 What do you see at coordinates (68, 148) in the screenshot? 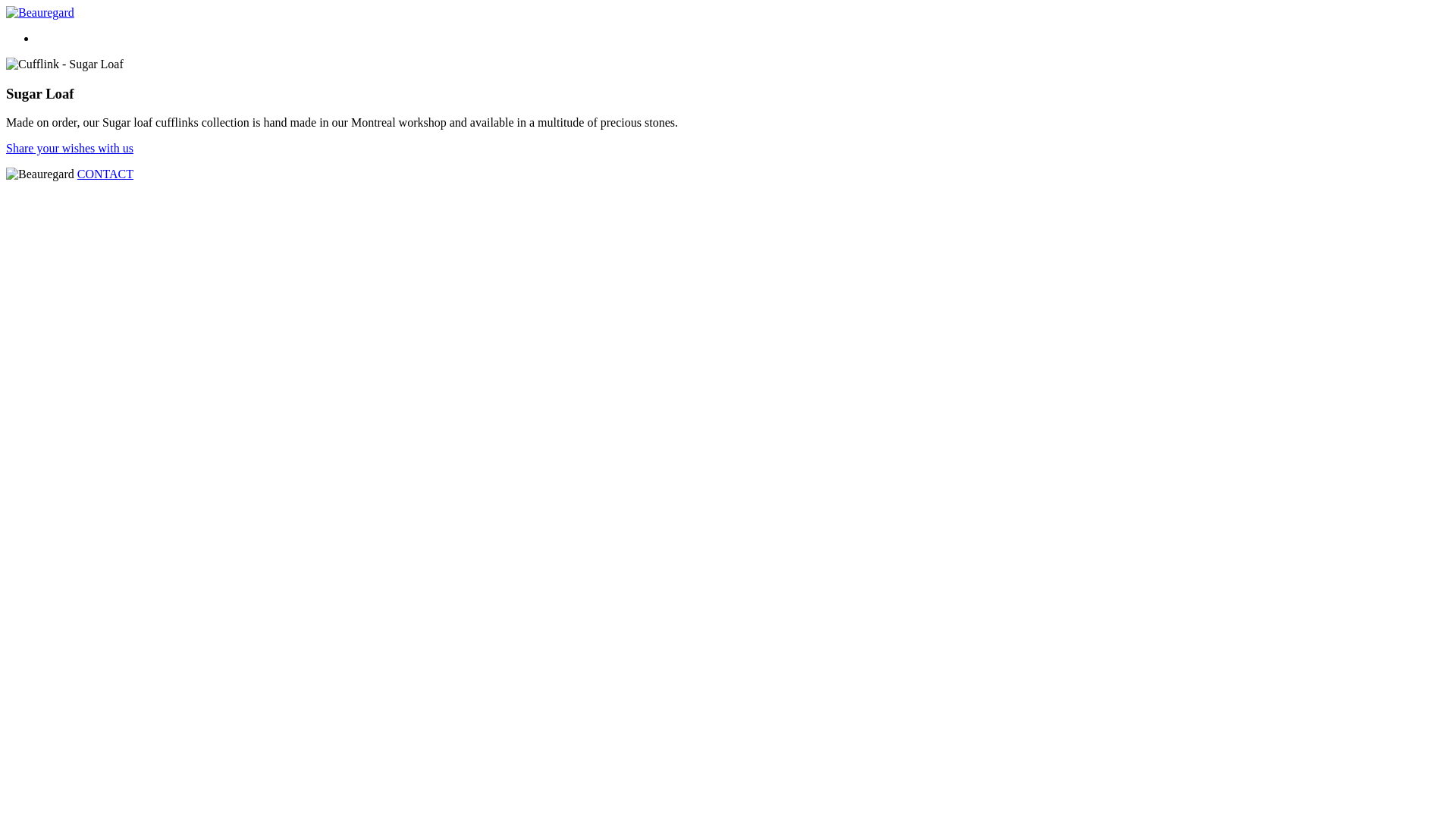
I see `'Share your wishes with us'` at bounding box center [68, 148].